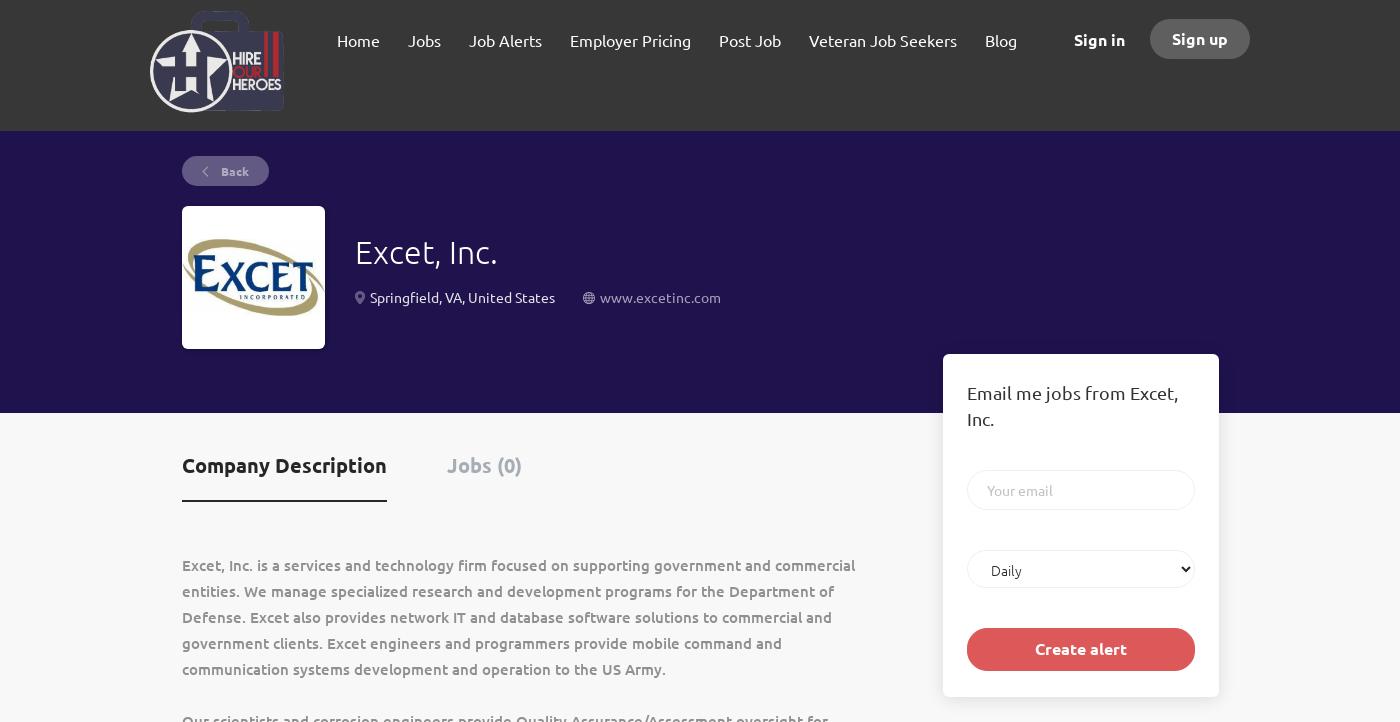  Describe the element at coordinates (217, 170) in the screenshot. I see `'Back'` at that location.